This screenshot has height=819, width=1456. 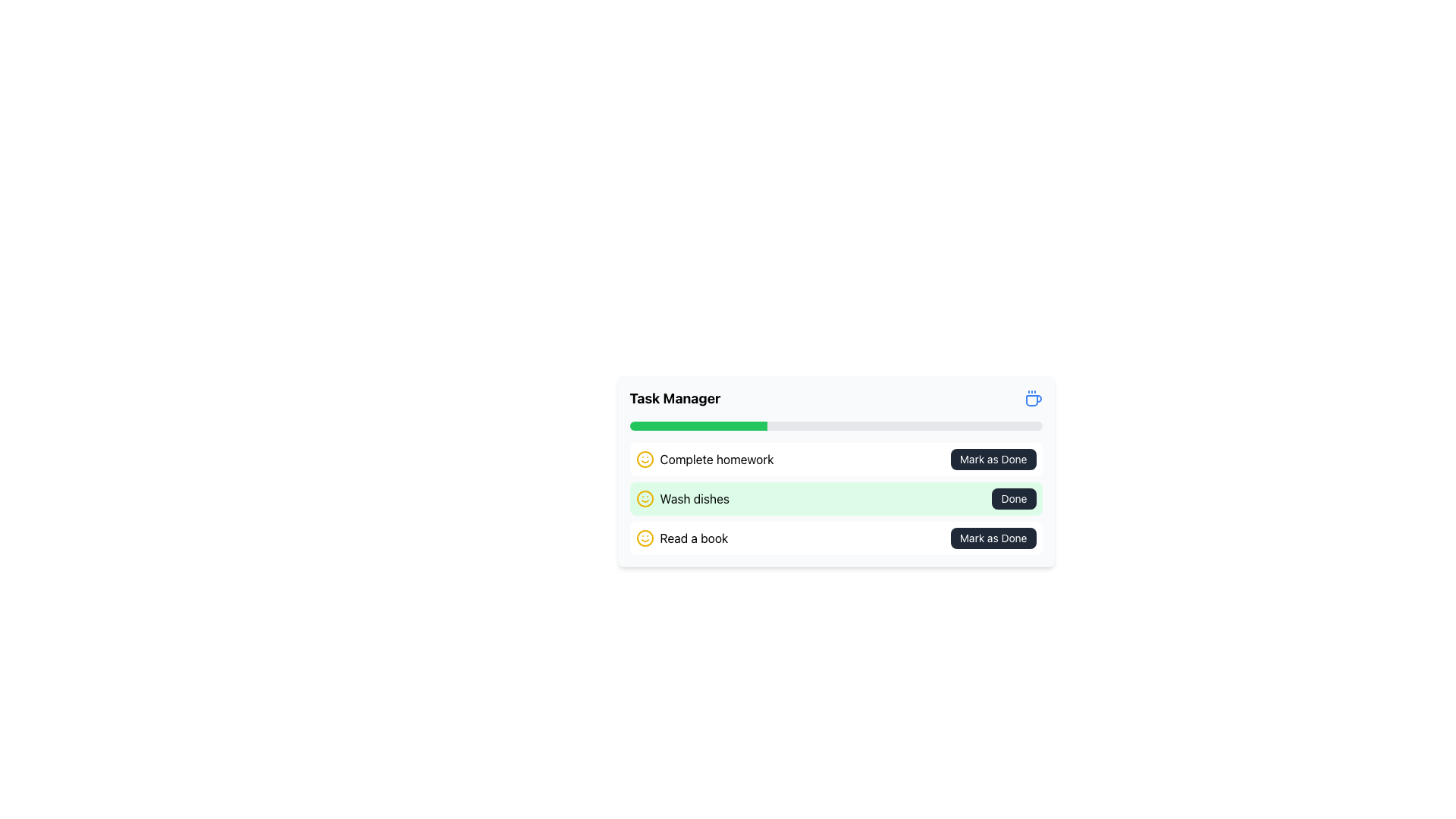 I want to click on the 'Wash dishes' label with a smiley icon, which is the second task in the task list, located between 'Complete homework' and 'Read a book', so click(x=682, y=499).